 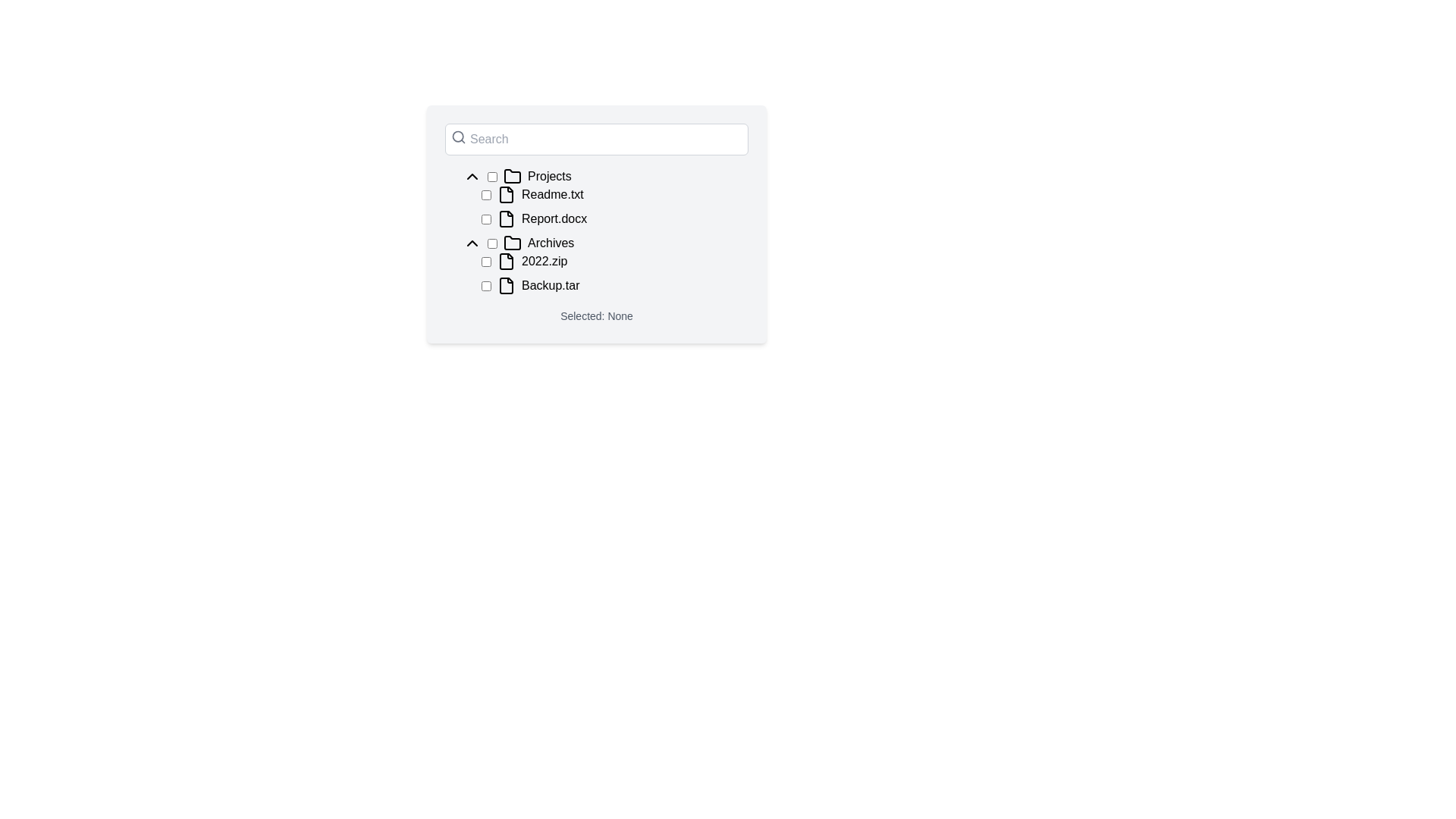 I want to click on the 'Backup.tar' file label, so click(x=550, y=286).